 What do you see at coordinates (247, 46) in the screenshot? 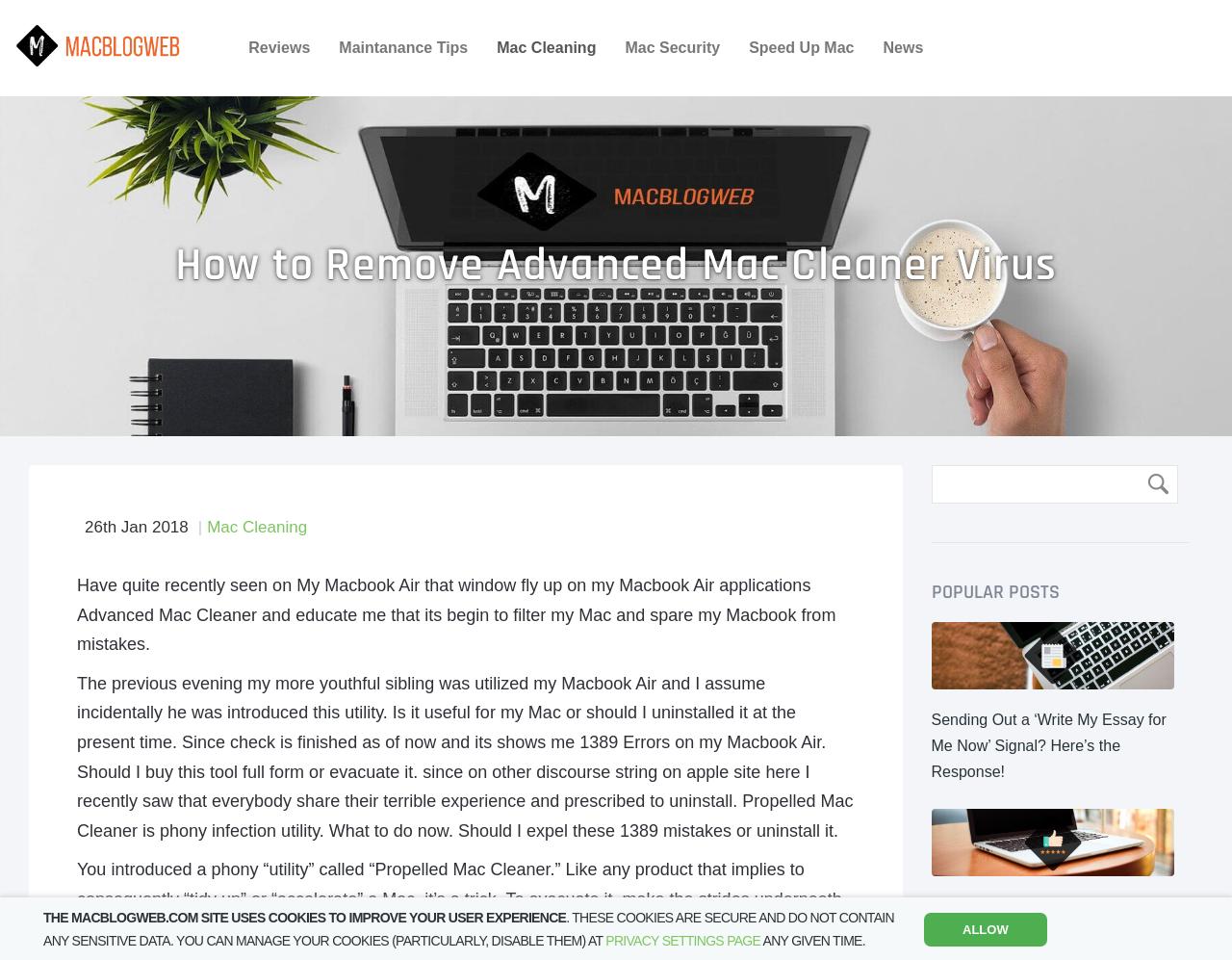
I see `'Reviews'` at bounding box center [247, 46].